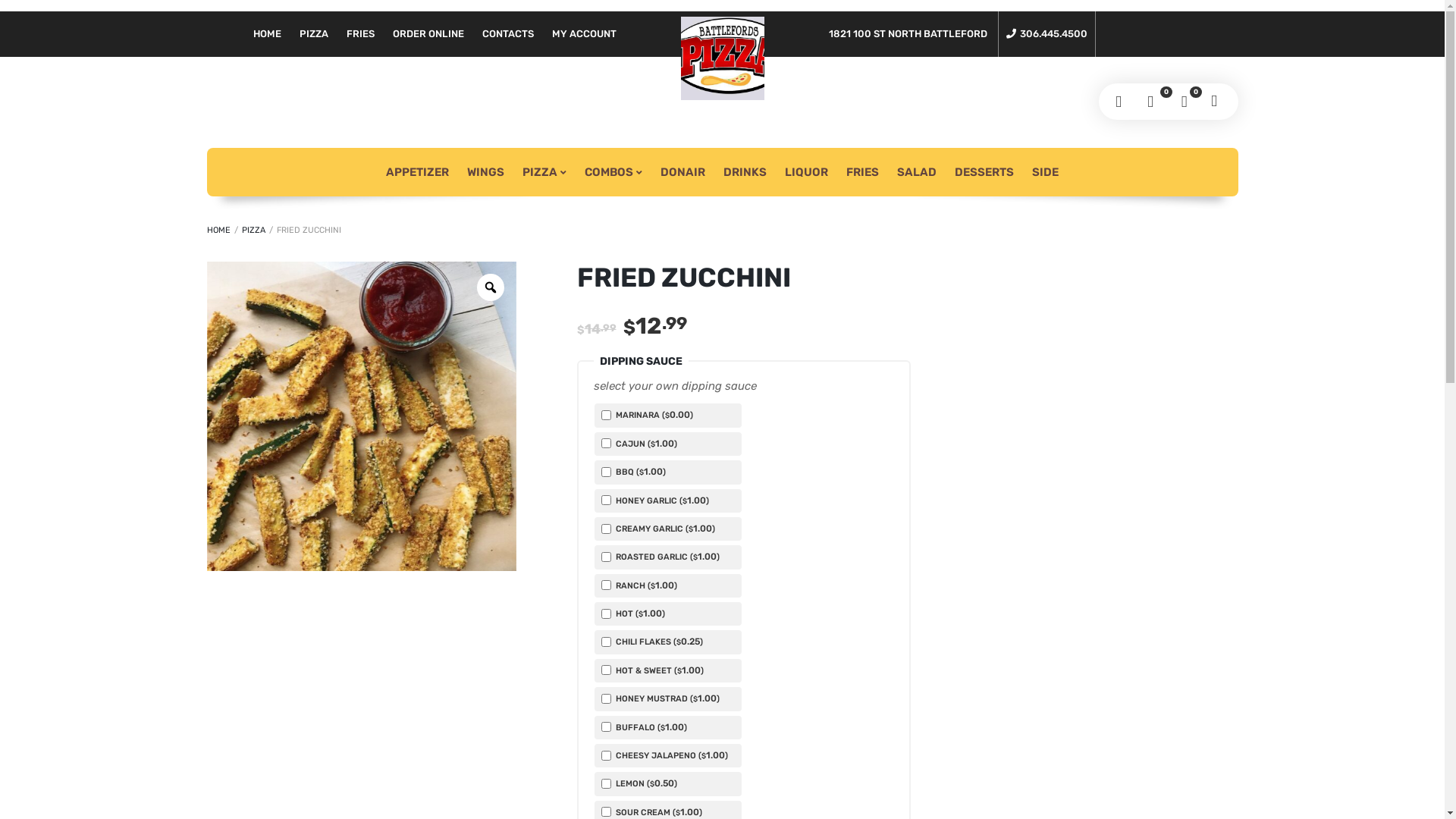 The width and height of the screenshot is (1456, 819). I want to click on 'APPETIZER', so click(417, 171).